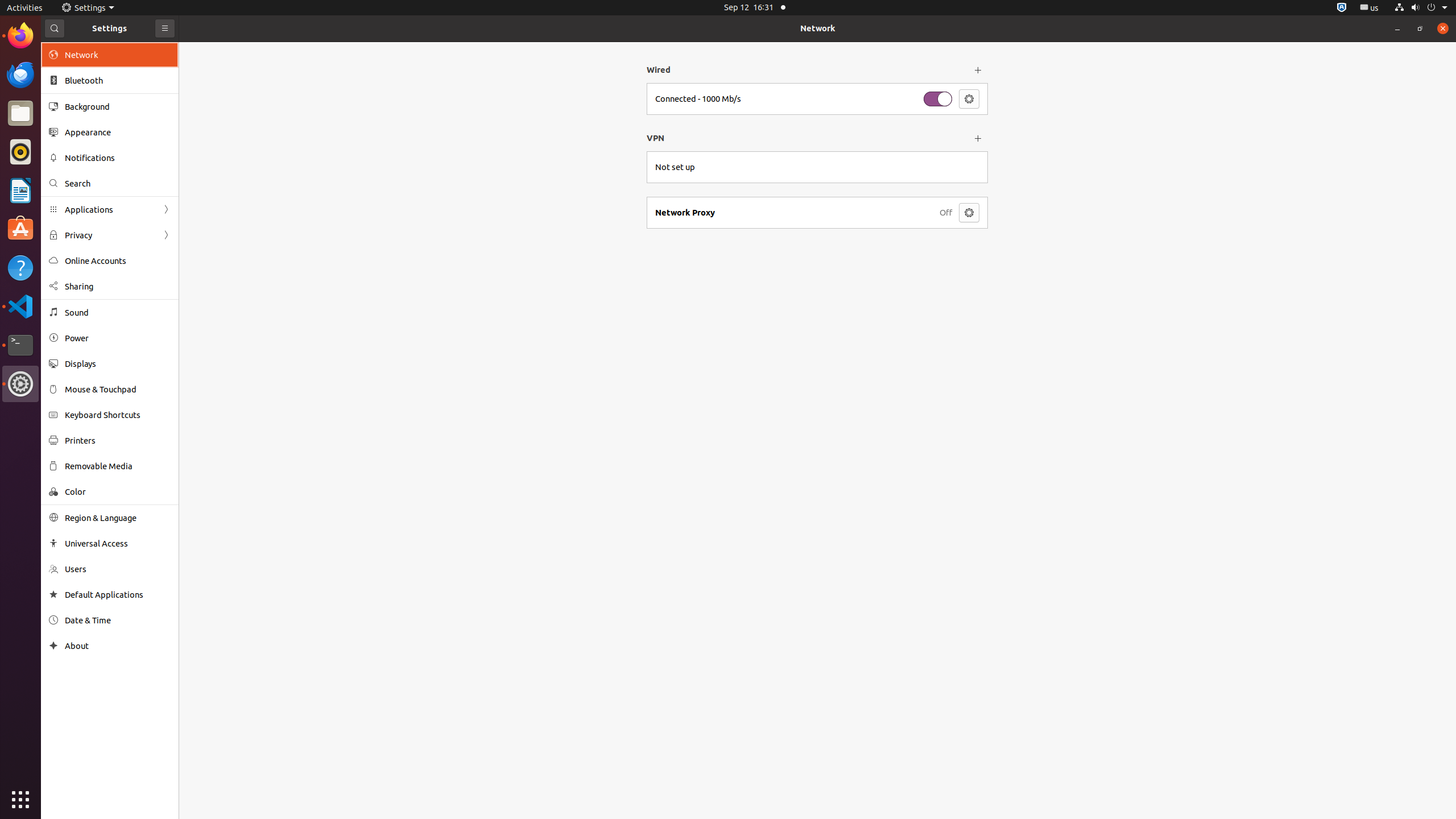 The image size is (1456, 819). I want to click on 'Wired', so click(806, 69).